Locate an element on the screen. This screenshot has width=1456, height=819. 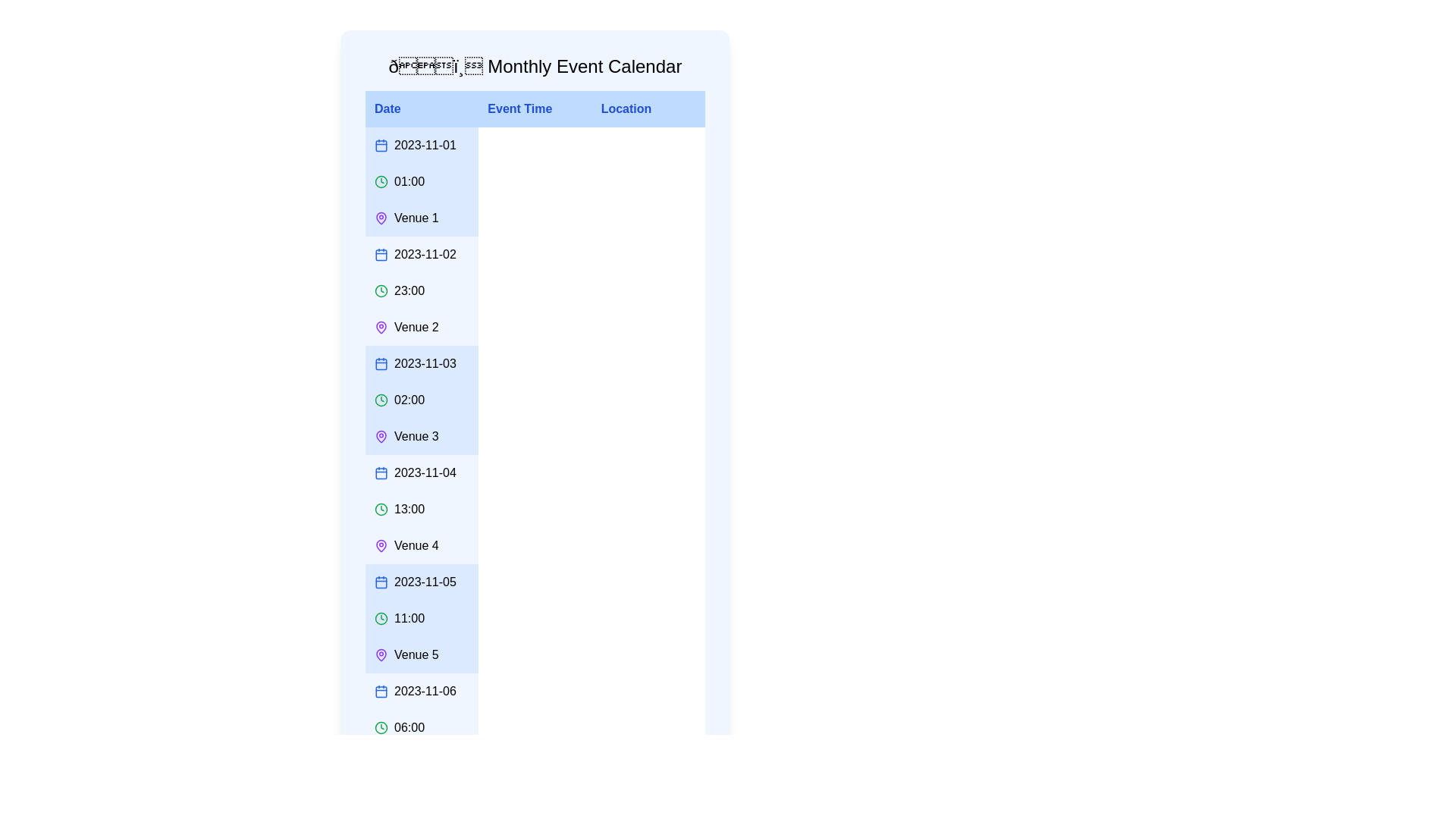
the row corresponding to the event on 2023-11-03 is located at coordinates (535, 400).